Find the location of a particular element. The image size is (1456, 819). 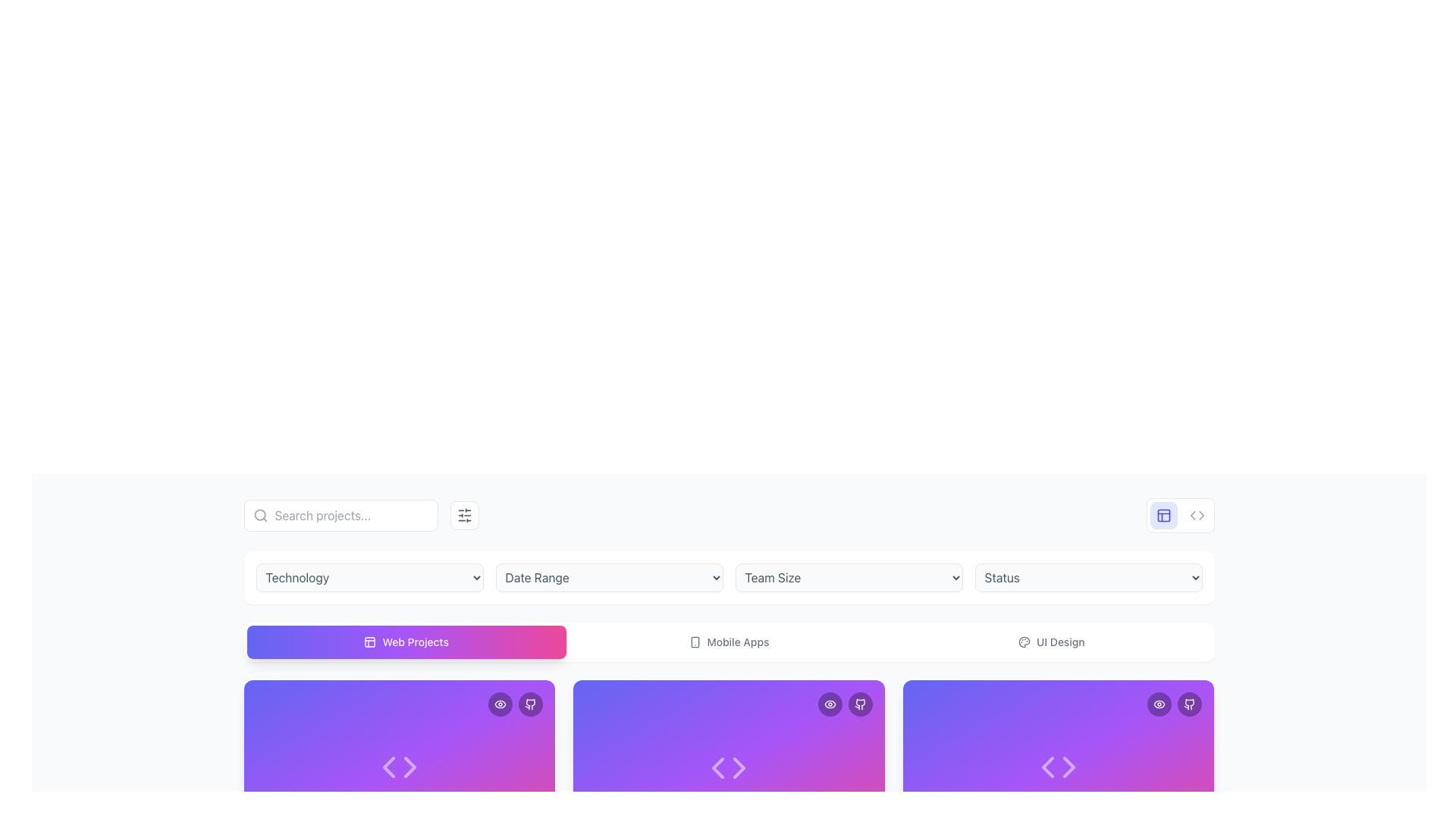

the second button from the right in the top-right corner of the purple project card is located at coordinates (1189, 704).